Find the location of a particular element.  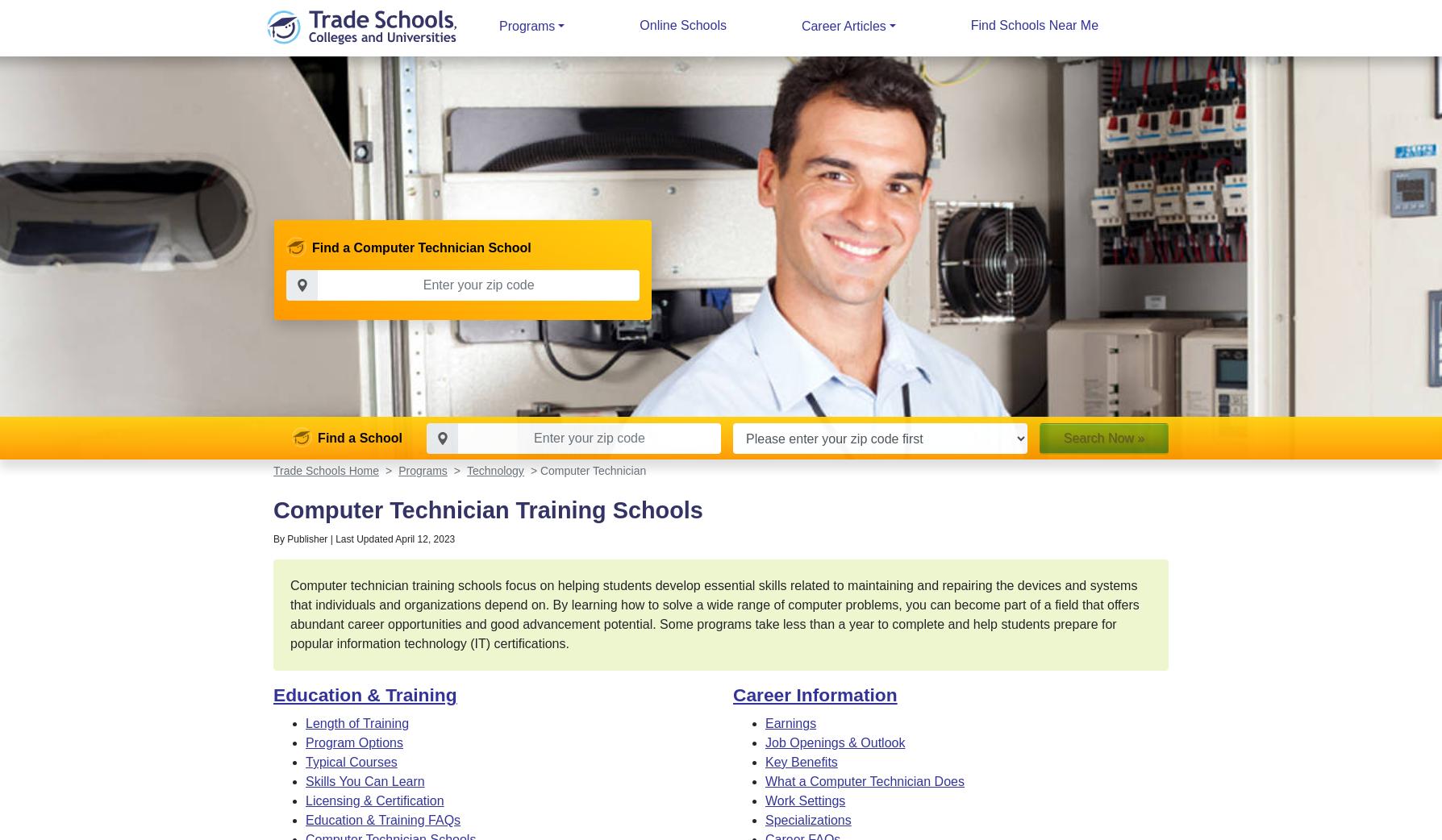

'Online Schools' is located at coordinates (681, 23).